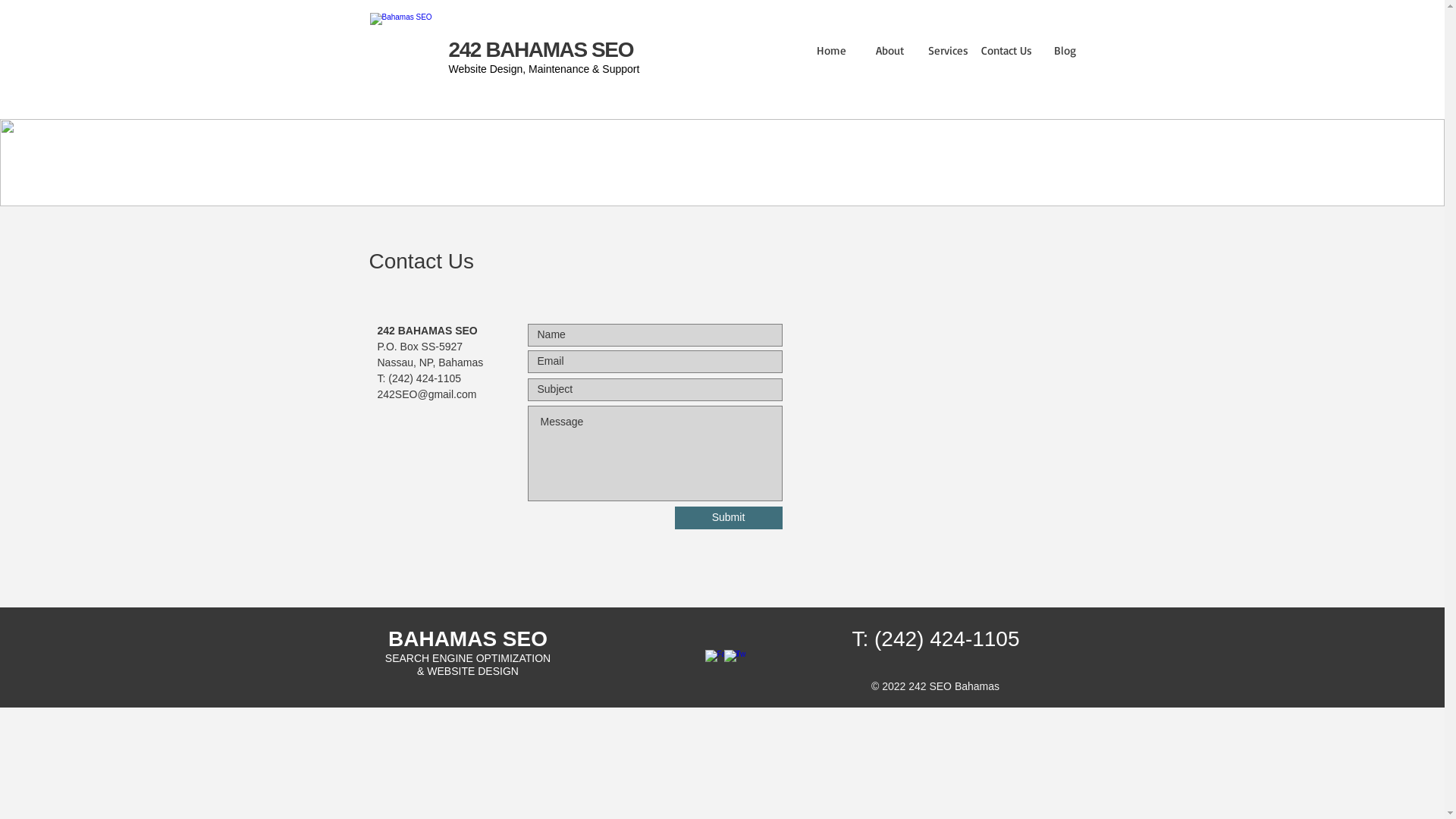 The image size is (1456, 819). What do you see at coordinates (830, 49) in the screenshot?
I see `'Home'` at bounding box center [830, 49].